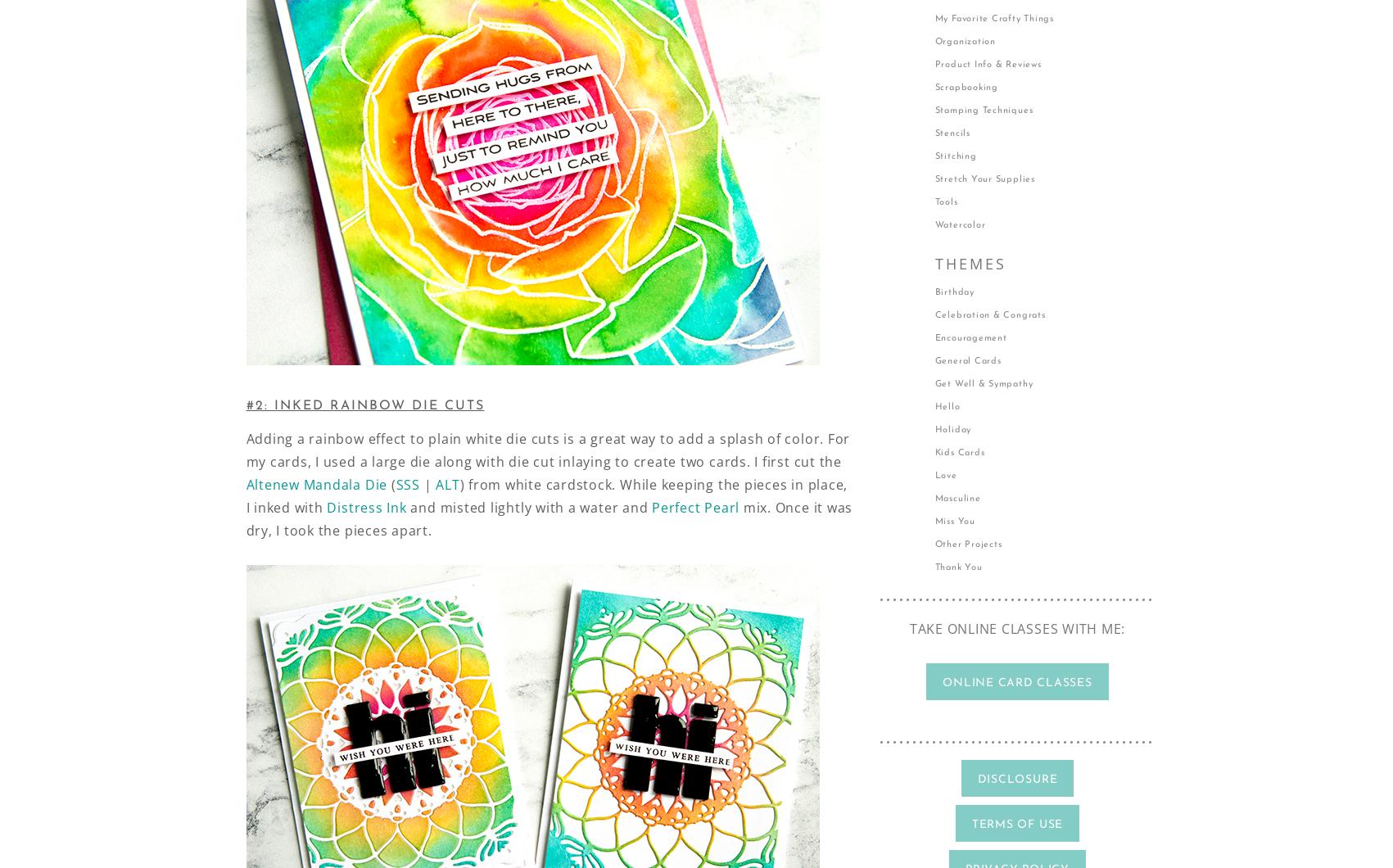 The height and width of the screenshot is (868, 1393). Describe the element at coordinates (406, 507) in the screenshot. I see `'and misted lightly with a water and'` at that location.